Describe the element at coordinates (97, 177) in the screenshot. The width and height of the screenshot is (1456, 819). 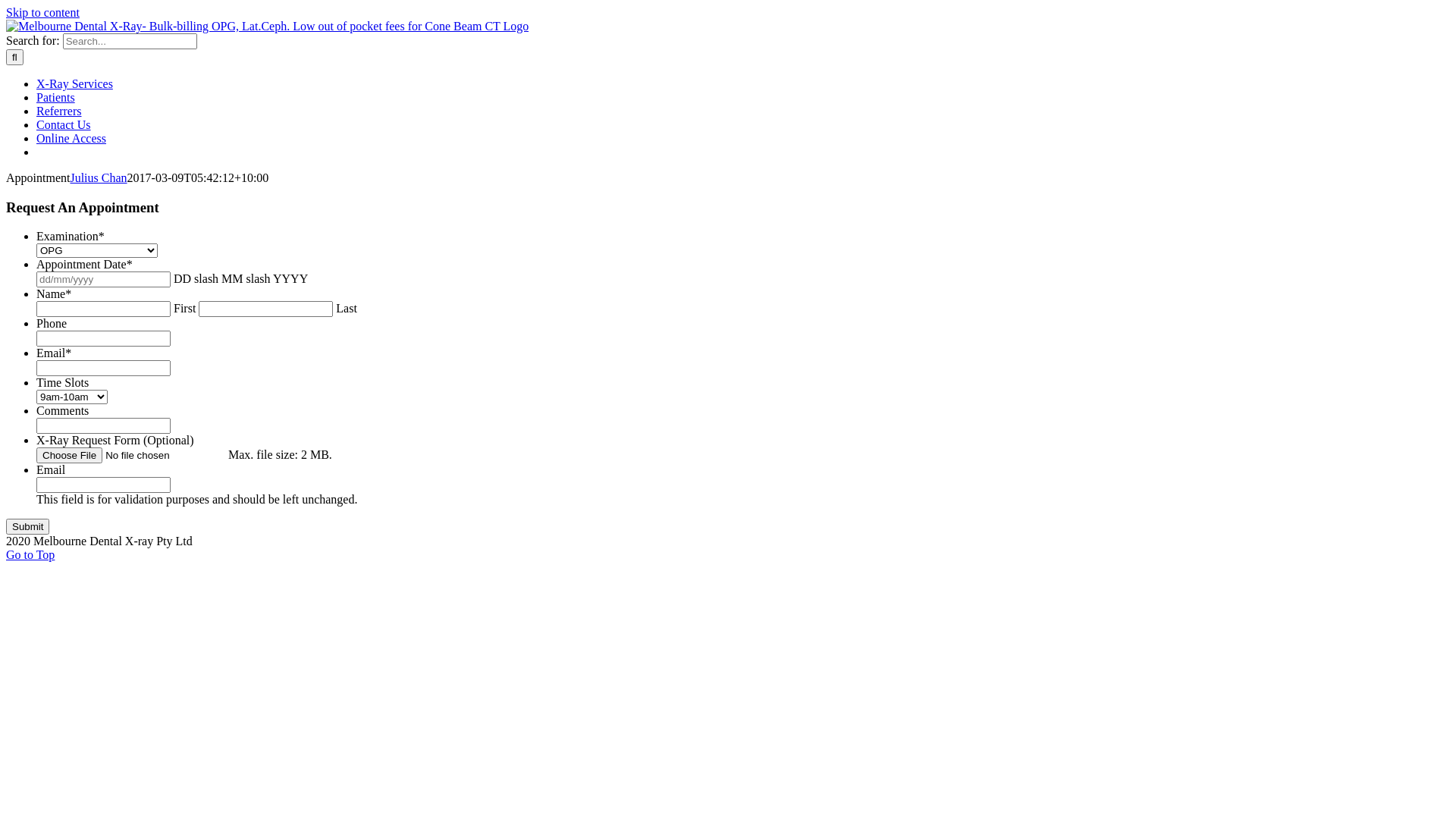
I see `'Julius Chan'` at that location.